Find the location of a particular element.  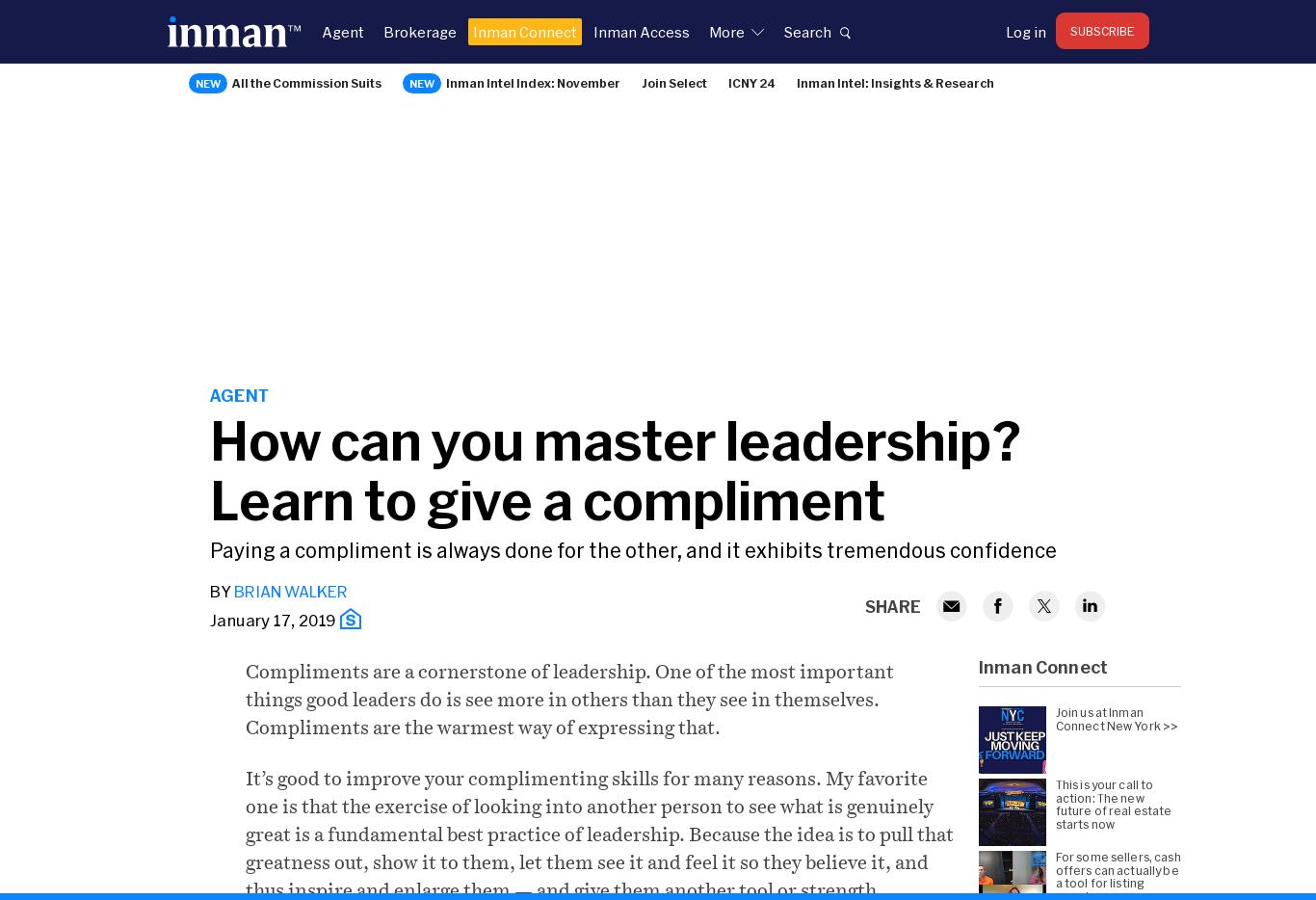

'How can you master leadership? Learn to give a compliment' is located at coordinates (615, 467).